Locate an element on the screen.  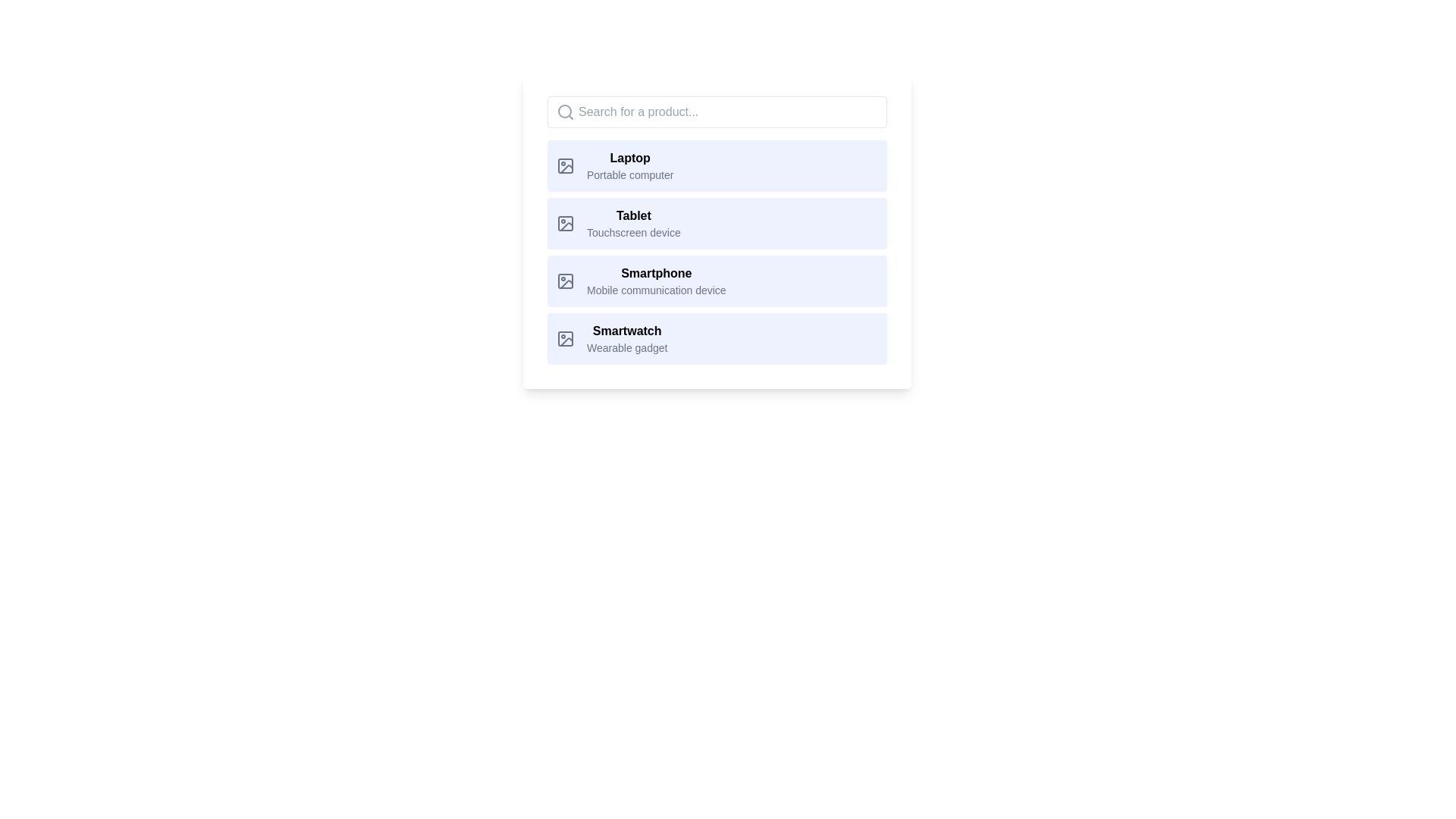
the Card component that has a light indigo background, displaying 'Laptop' in bold and 'Portable computer' in smaller gray font, located at the first position in a vertical list is located at coordinates (716, 166).